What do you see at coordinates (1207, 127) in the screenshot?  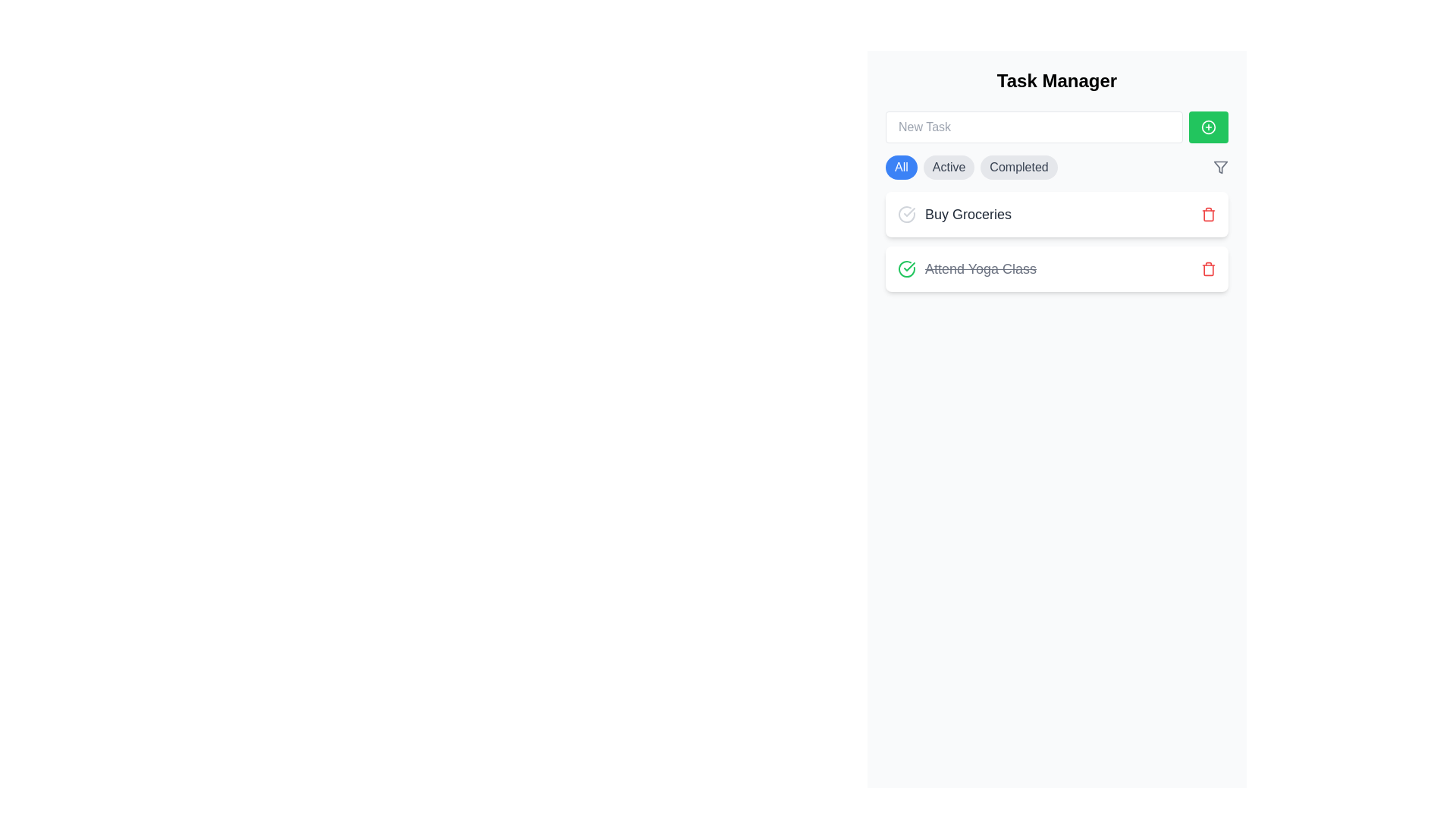 I see `the circular outline of the plus sign icon located in the top-right section of the interface, adjacent to the 'New Task' input field` at bounding box center [1207, 127].